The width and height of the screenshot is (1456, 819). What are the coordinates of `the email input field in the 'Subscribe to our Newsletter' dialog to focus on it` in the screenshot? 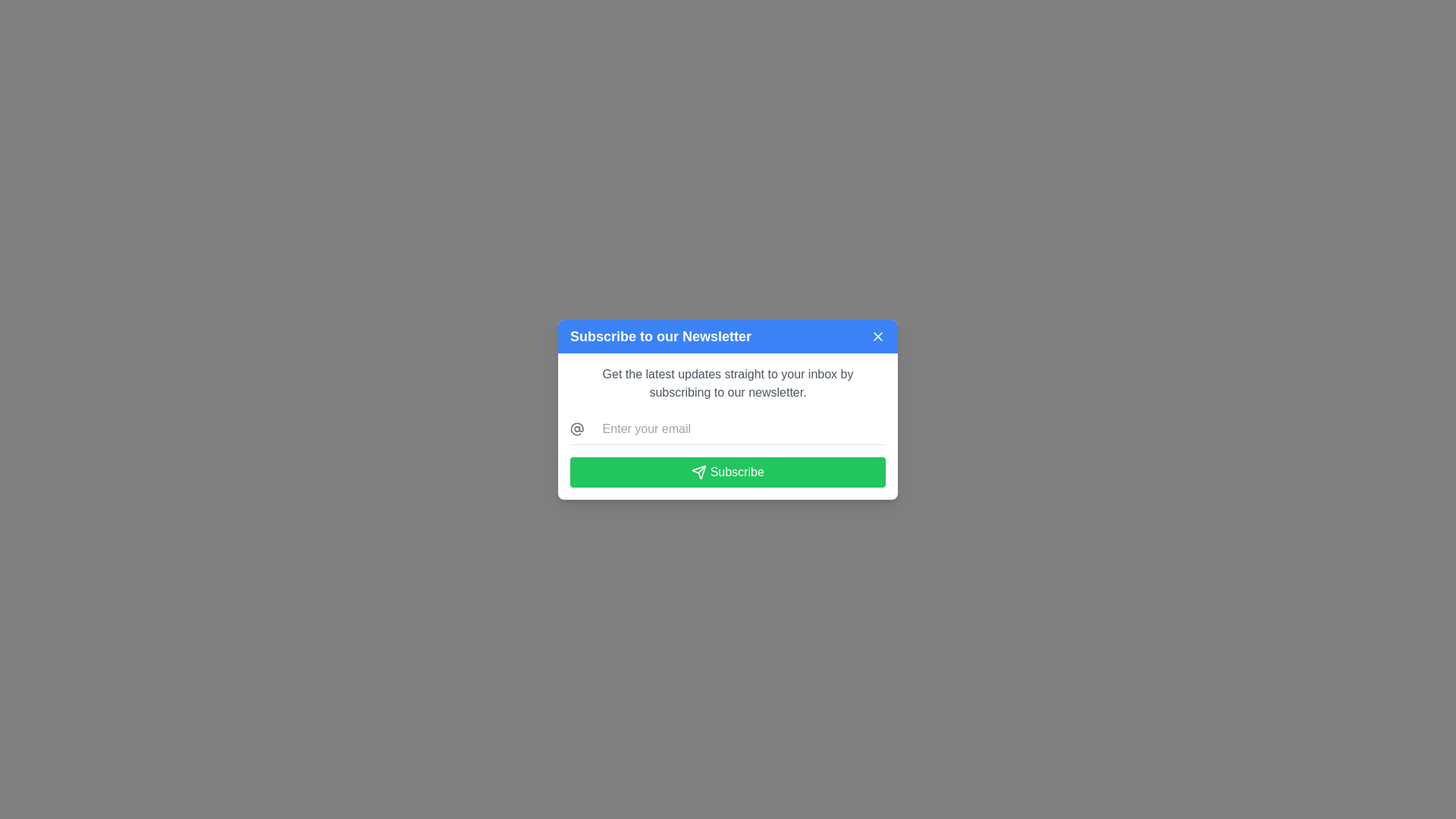 It's located at (738, 428).